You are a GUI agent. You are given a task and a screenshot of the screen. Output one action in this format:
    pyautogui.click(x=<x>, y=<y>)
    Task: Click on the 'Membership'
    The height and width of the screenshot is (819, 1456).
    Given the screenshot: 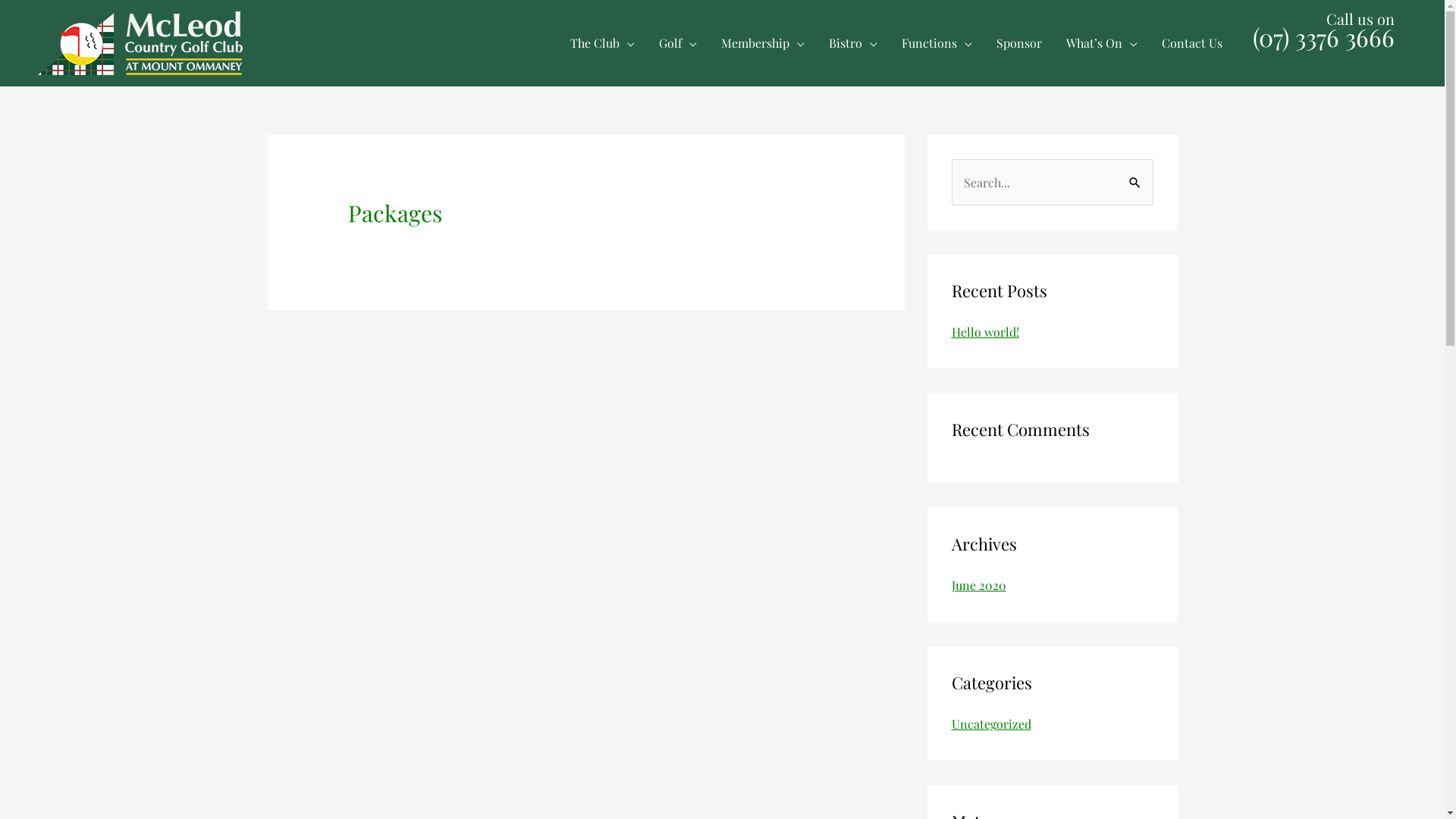 What is the action you would take?
    pyautogui.click(x=763, y=42)
    